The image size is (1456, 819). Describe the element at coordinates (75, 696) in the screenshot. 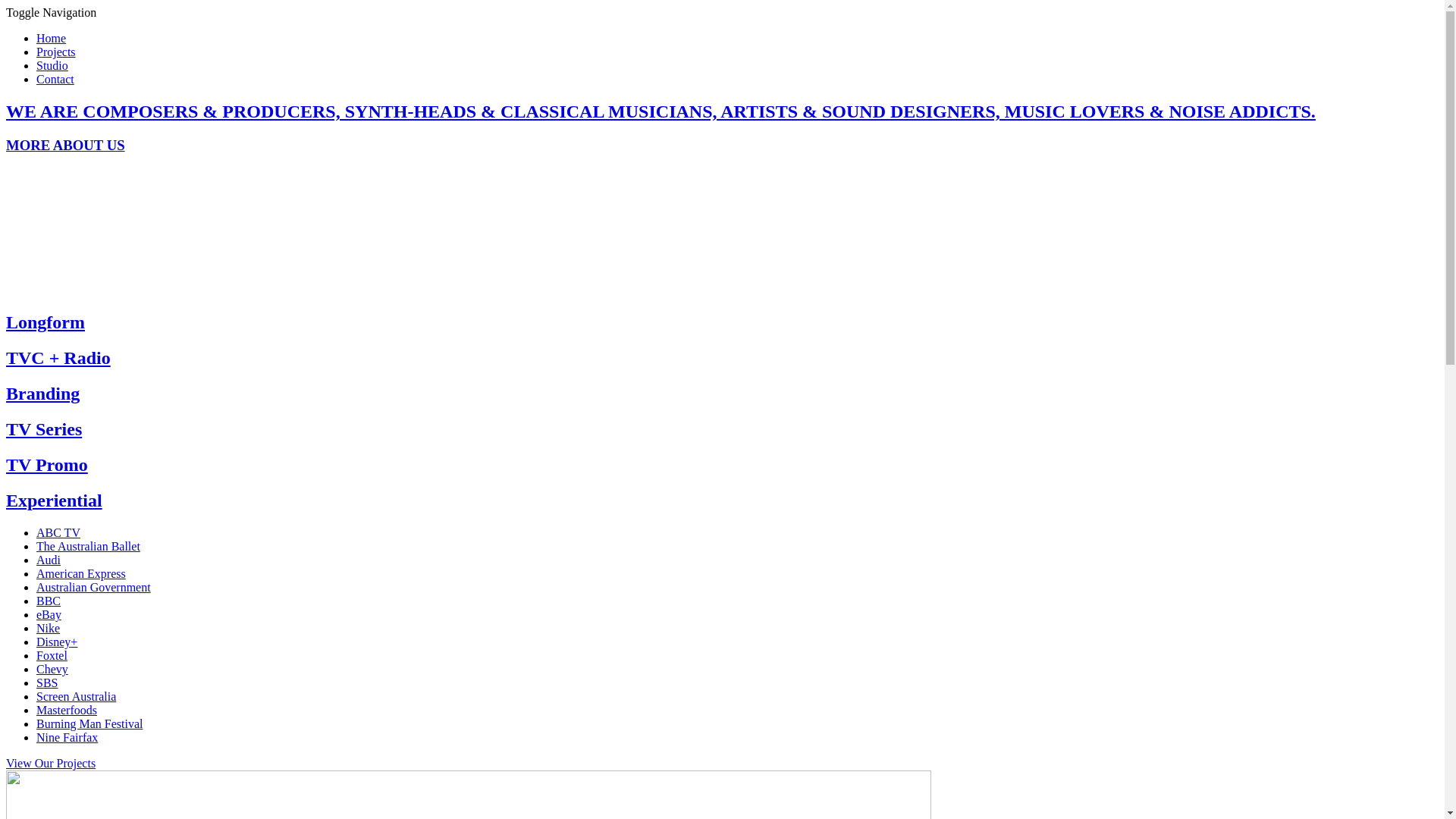

I see `'Screen Australia'` at that location.